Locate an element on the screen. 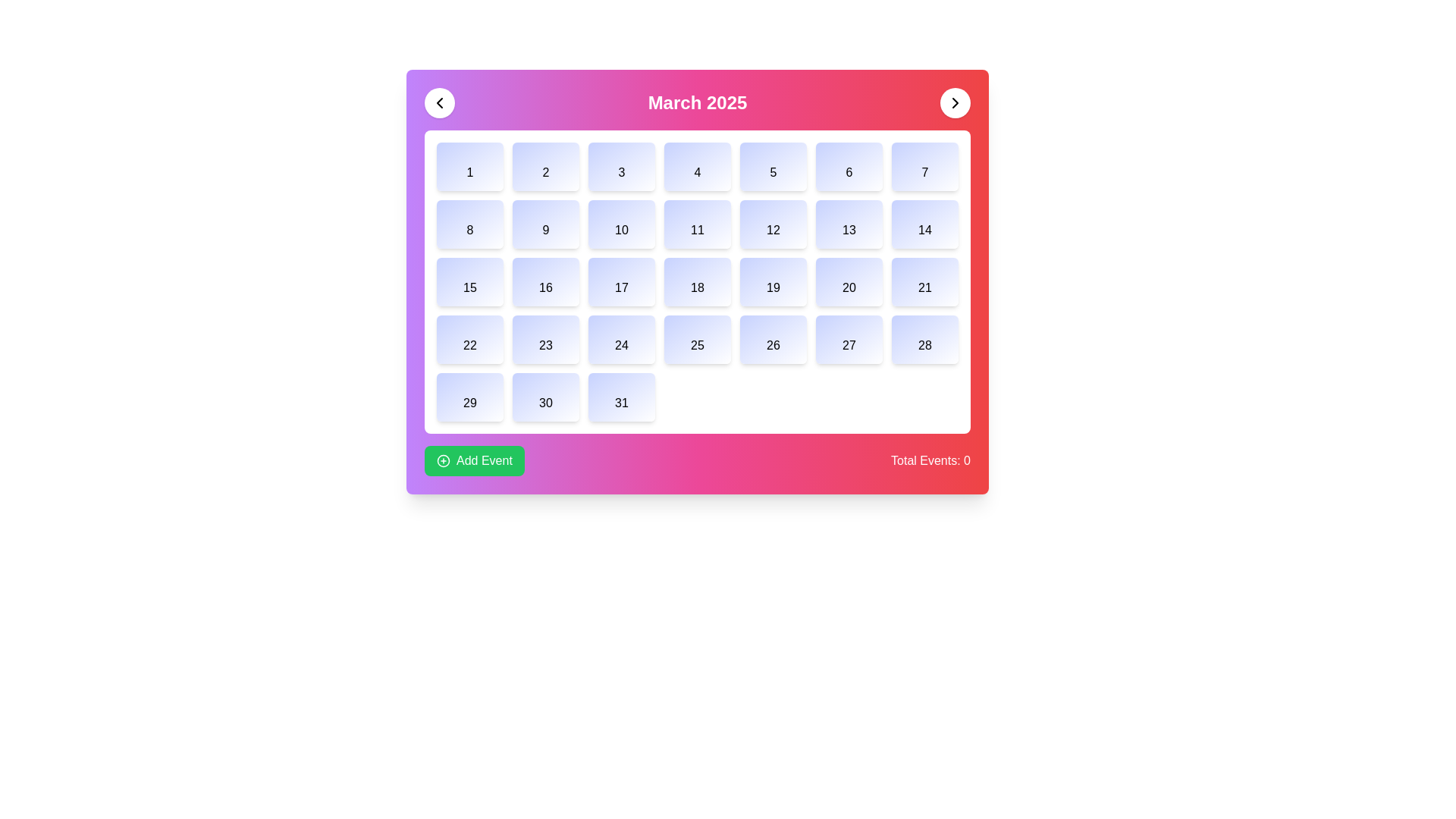 Image resolution: width=1456 pixels, height=819 pixels. the calendar tile representing the 19th day of March 2025 is located at coordinates (773, 281).